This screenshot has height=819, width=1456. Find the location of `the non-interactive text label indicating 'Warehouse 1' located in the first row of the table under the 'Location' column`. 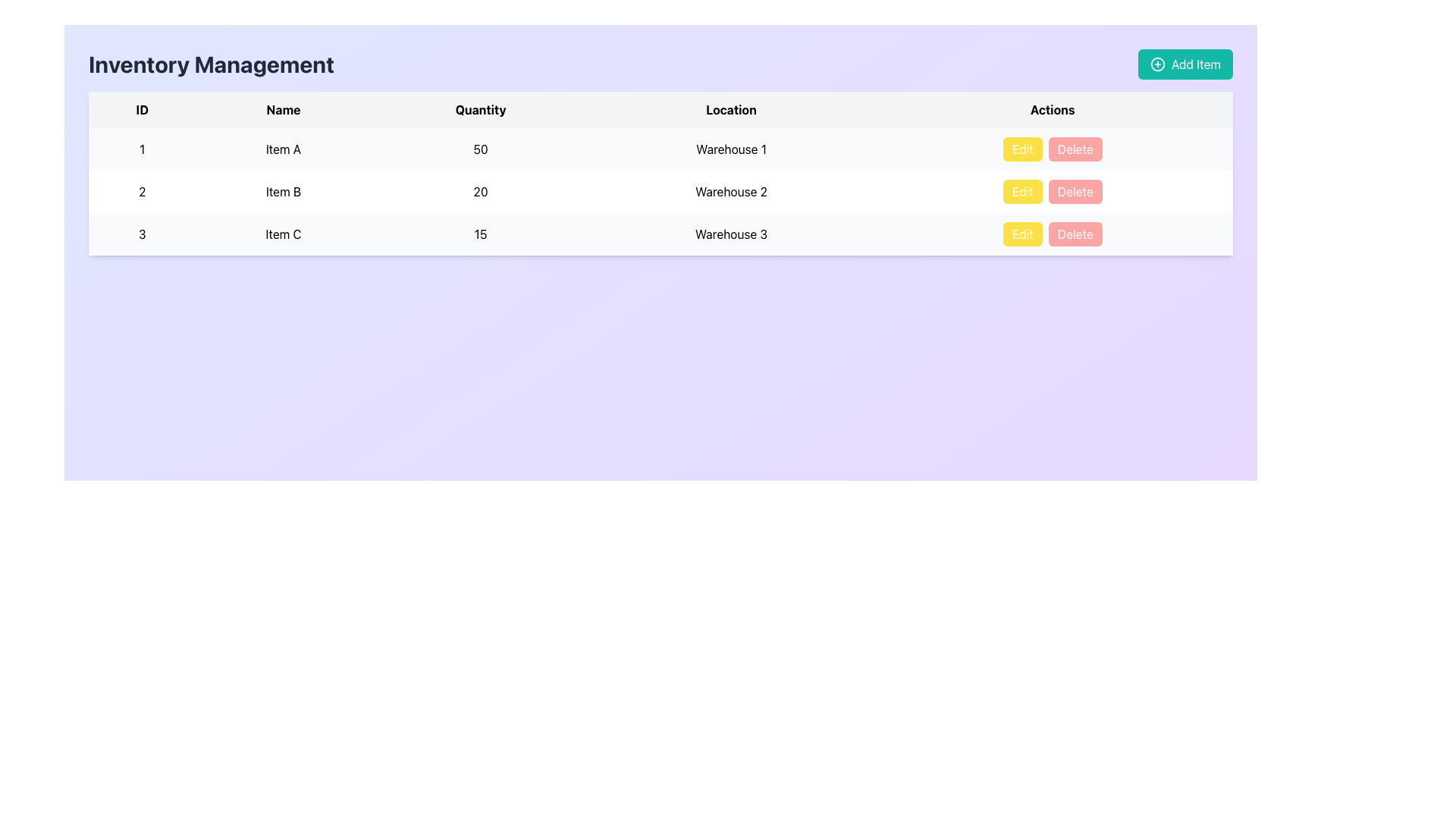

the non-interactive text label indicating 'Warehouse 1' located in the first row of the table under the 'Location' column is located at coordinates (731, 149).